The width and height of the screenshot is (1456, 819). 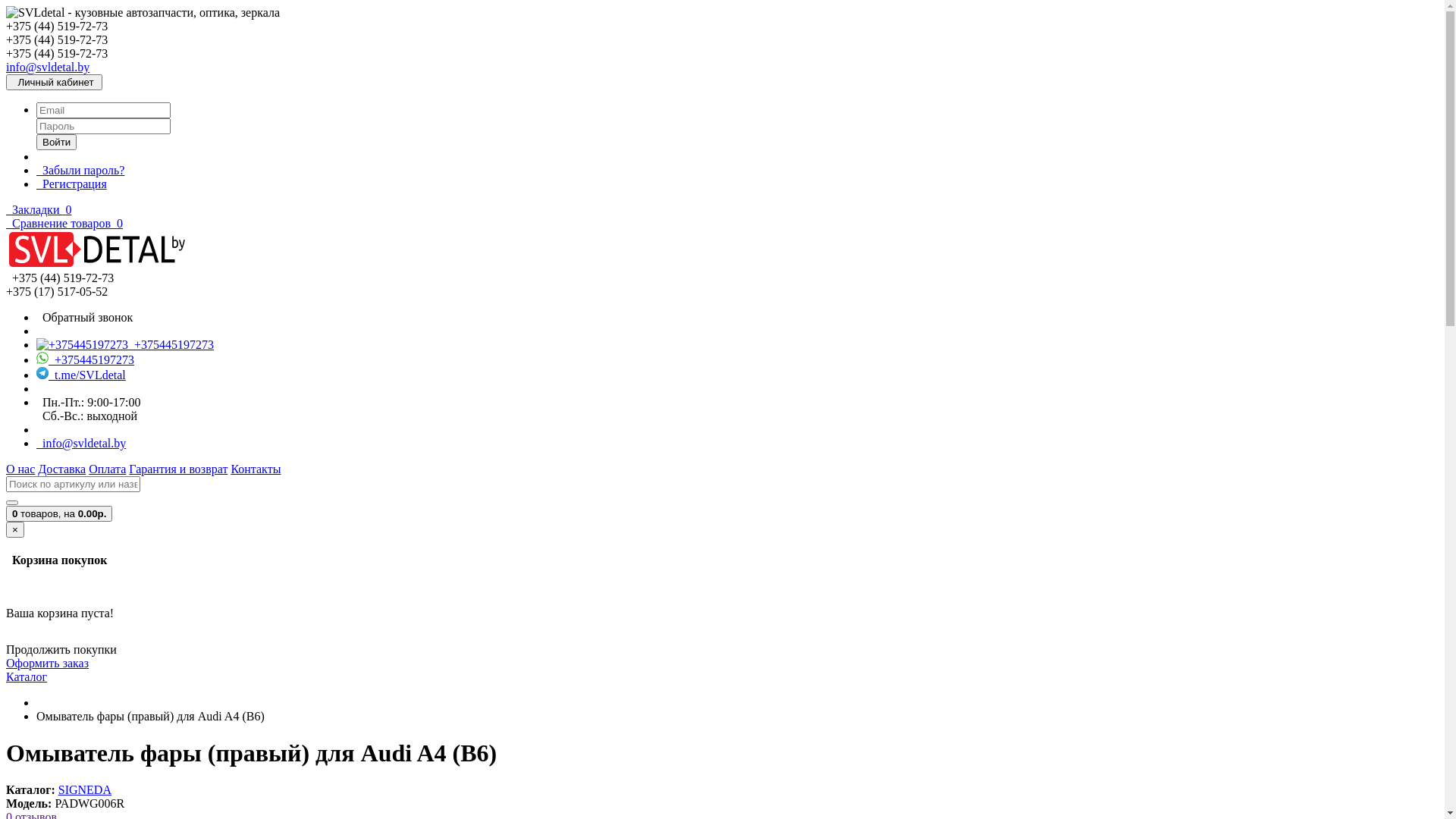 I want to click on '  t.me/SVLdetal', so click(x=80, y=375).